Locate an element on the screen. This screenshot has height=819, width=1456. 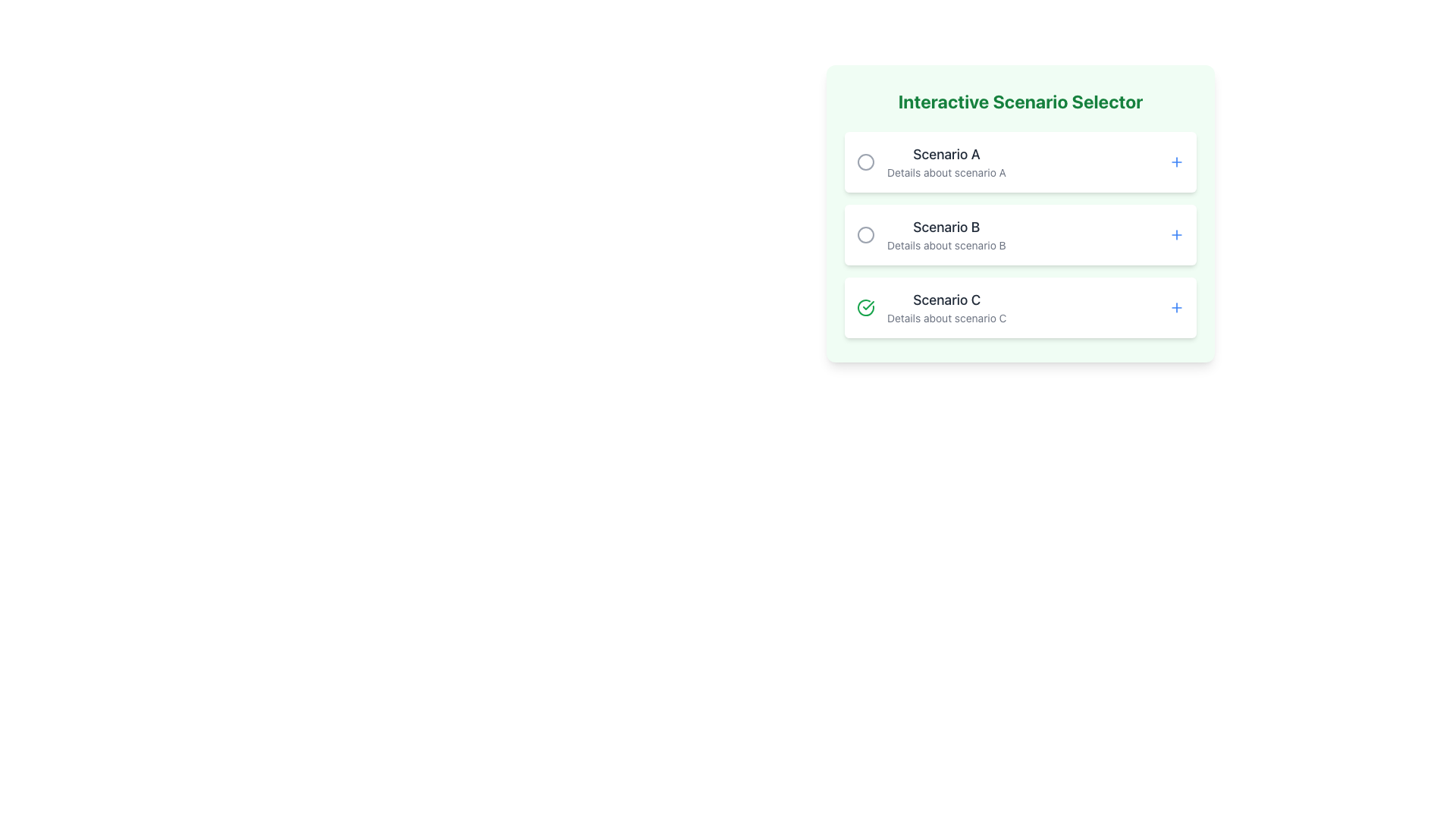
the small blue plus icon located at the top-right corner of the card for 'Scenario A' is located at coordinates (1175, 162).